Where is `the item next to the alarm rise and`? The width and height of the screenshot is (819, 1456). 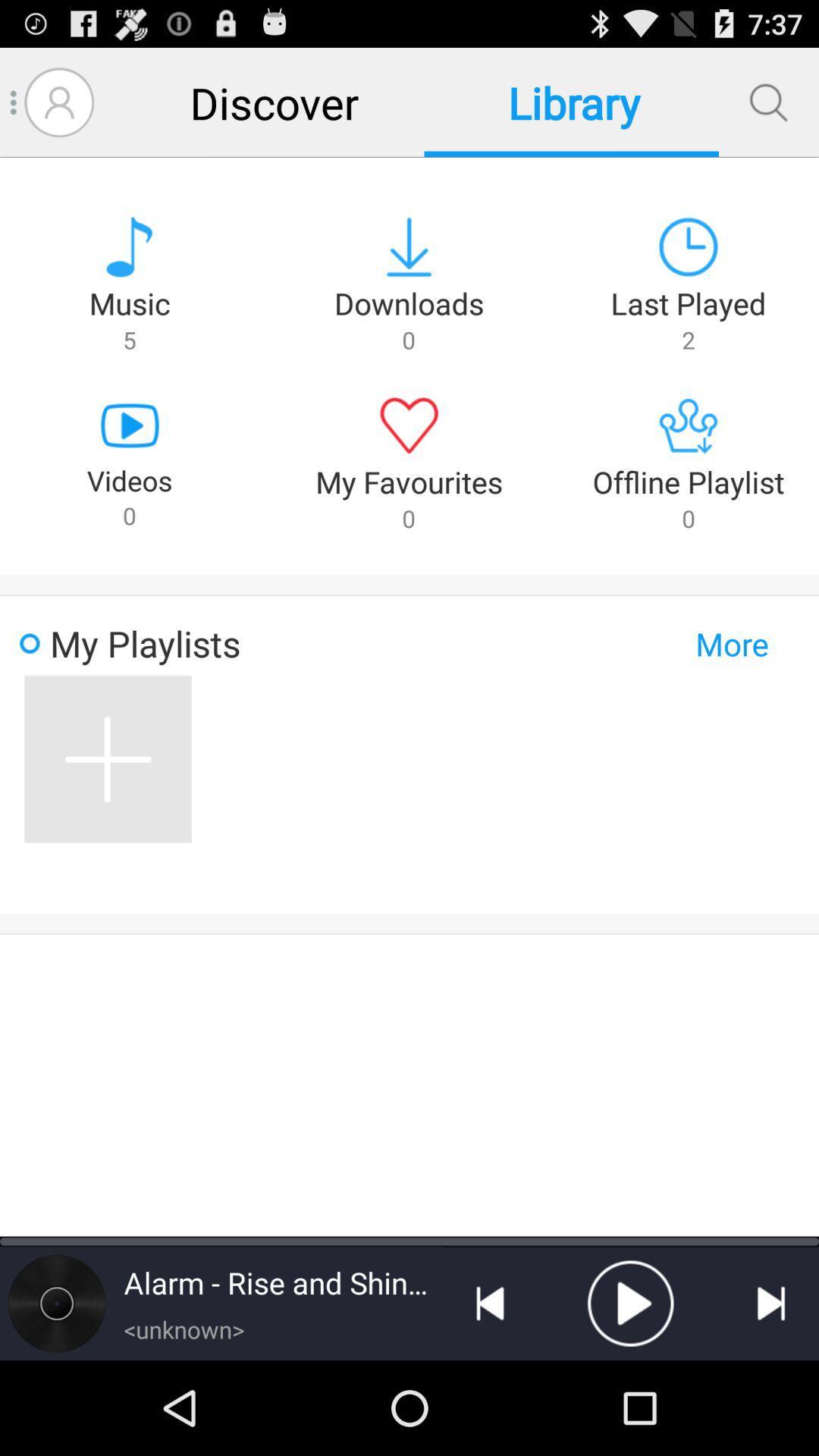 the item next to the alarm rise and is located at coordinates (55, 1302).